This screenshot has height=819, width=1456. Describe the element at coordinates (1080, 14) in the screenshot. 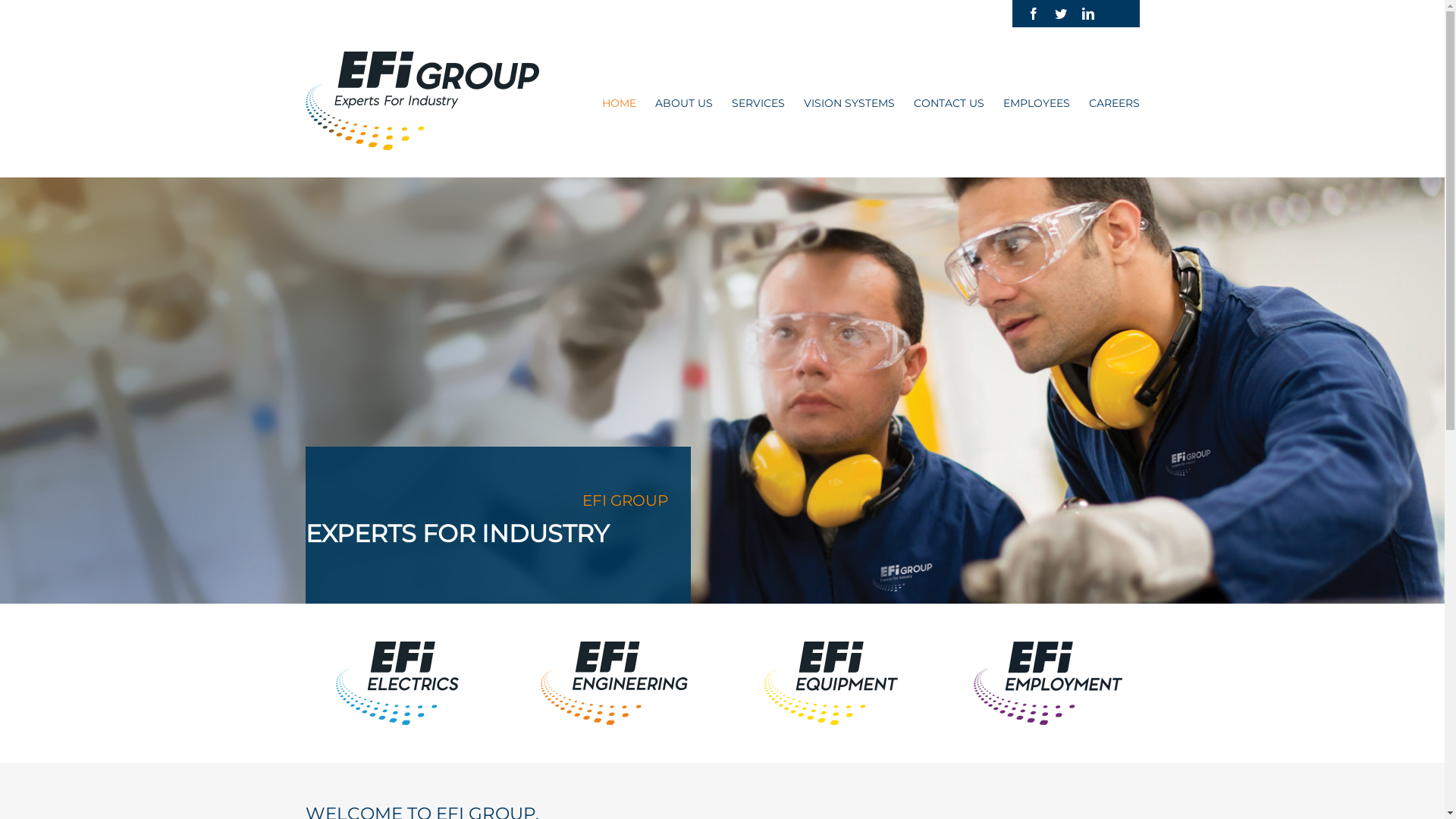

I see `'Linkedin'` at that location.